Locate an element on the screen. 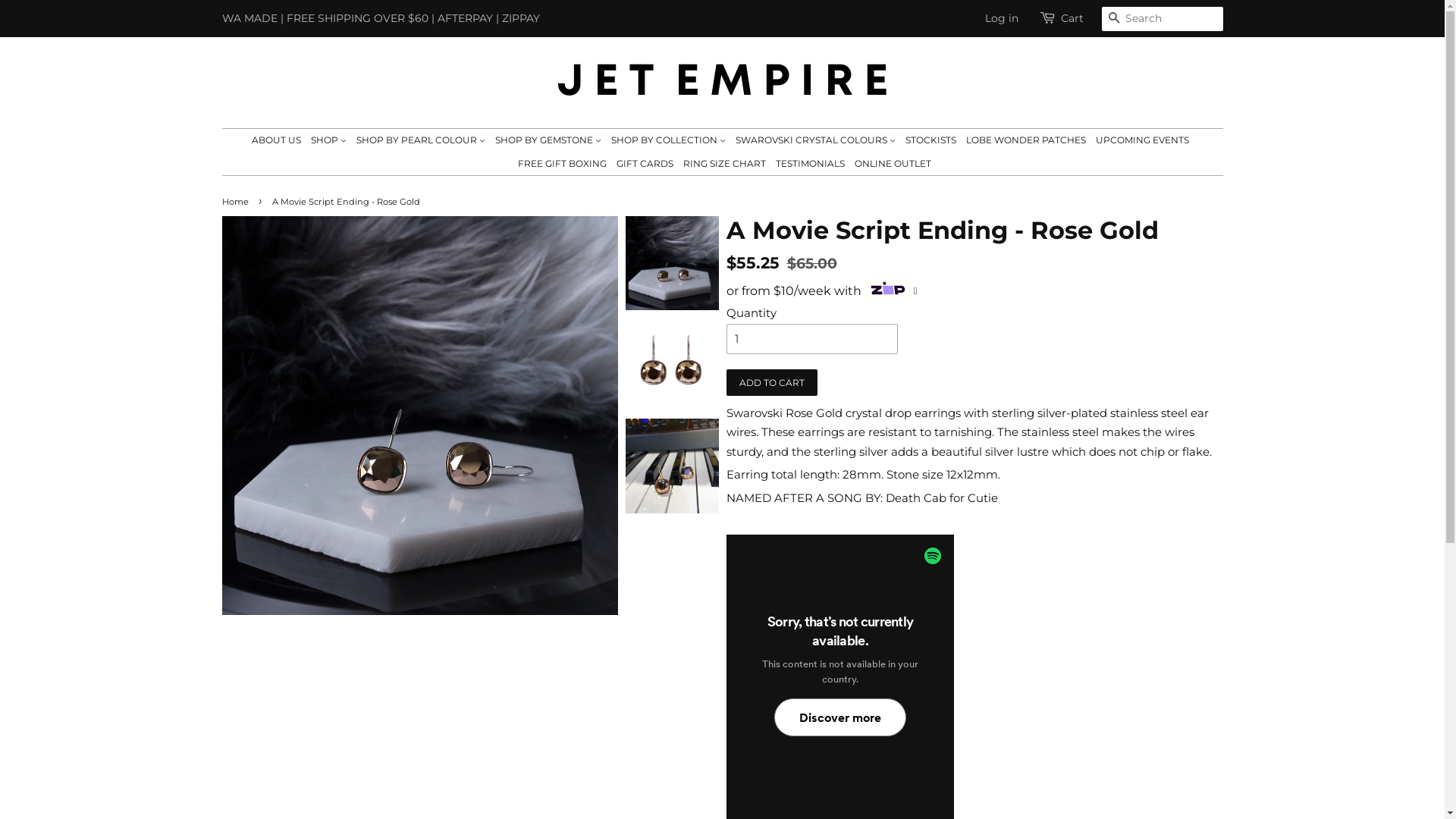  'Log in' is located at coordinates (1001, 17).